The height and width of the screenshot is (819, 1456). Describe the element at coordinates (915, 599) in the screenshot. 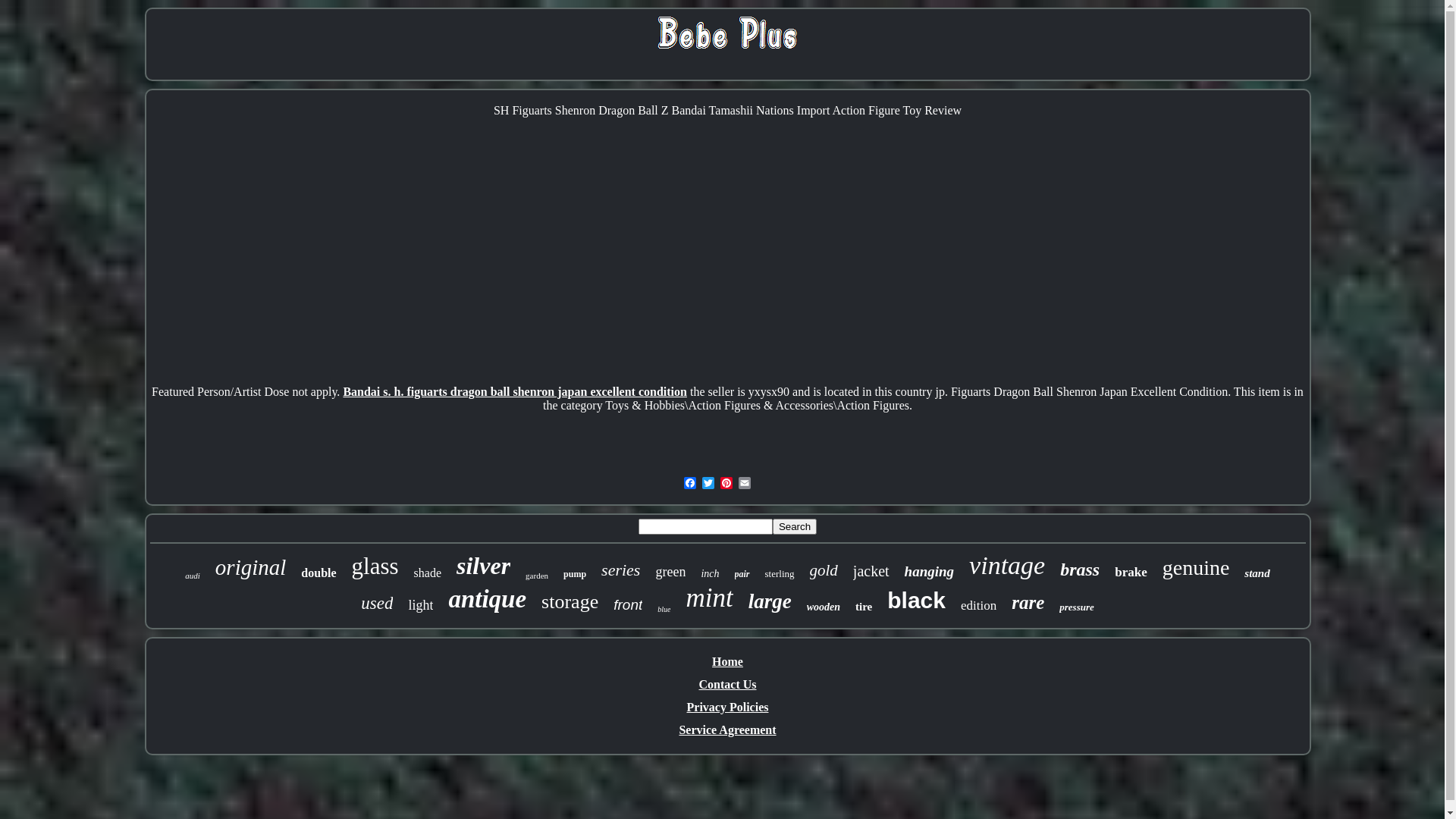

I see `'black'` at that location.